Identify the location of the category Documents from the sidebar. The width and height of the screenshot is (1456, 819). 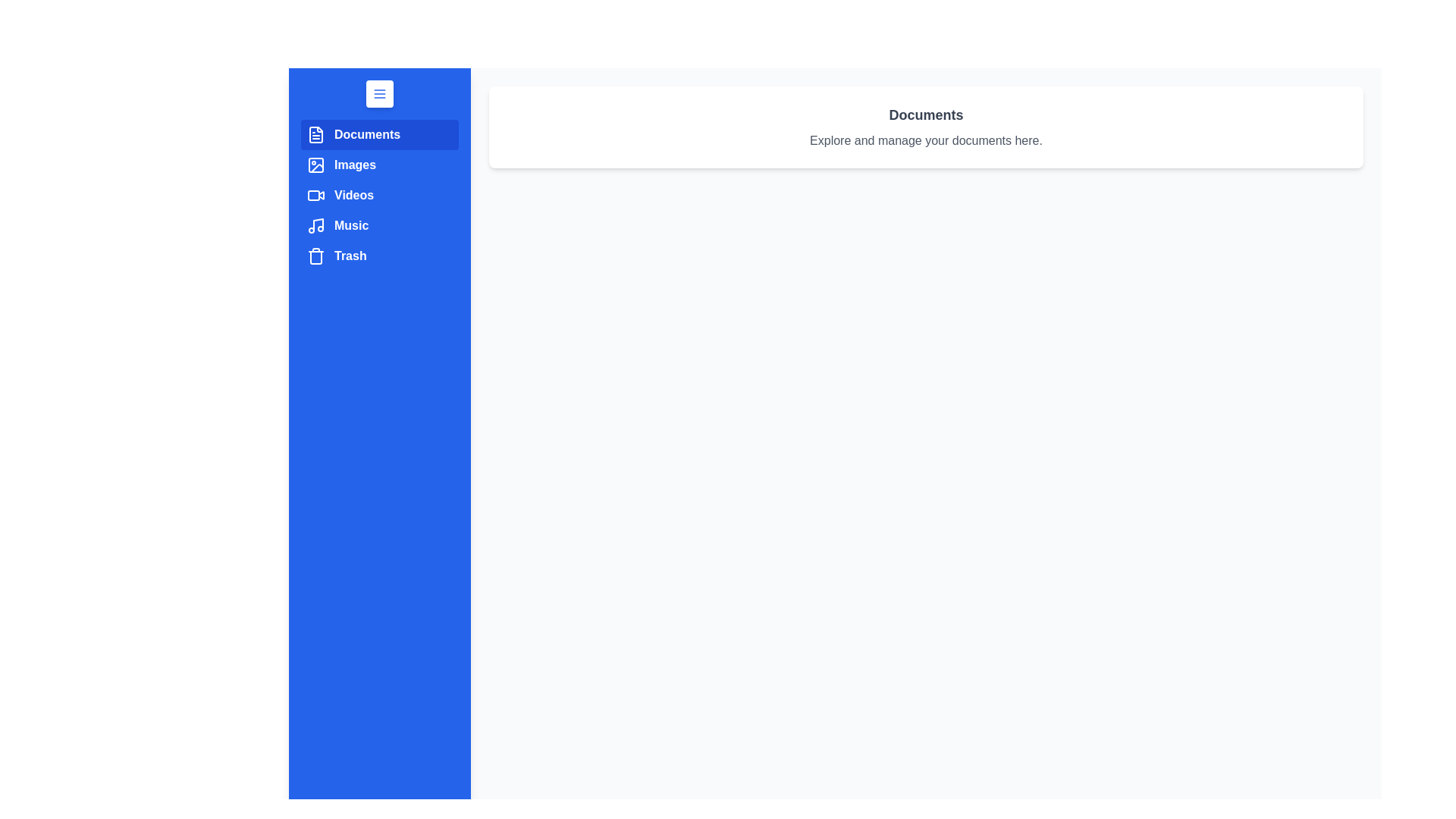
(379, 133).